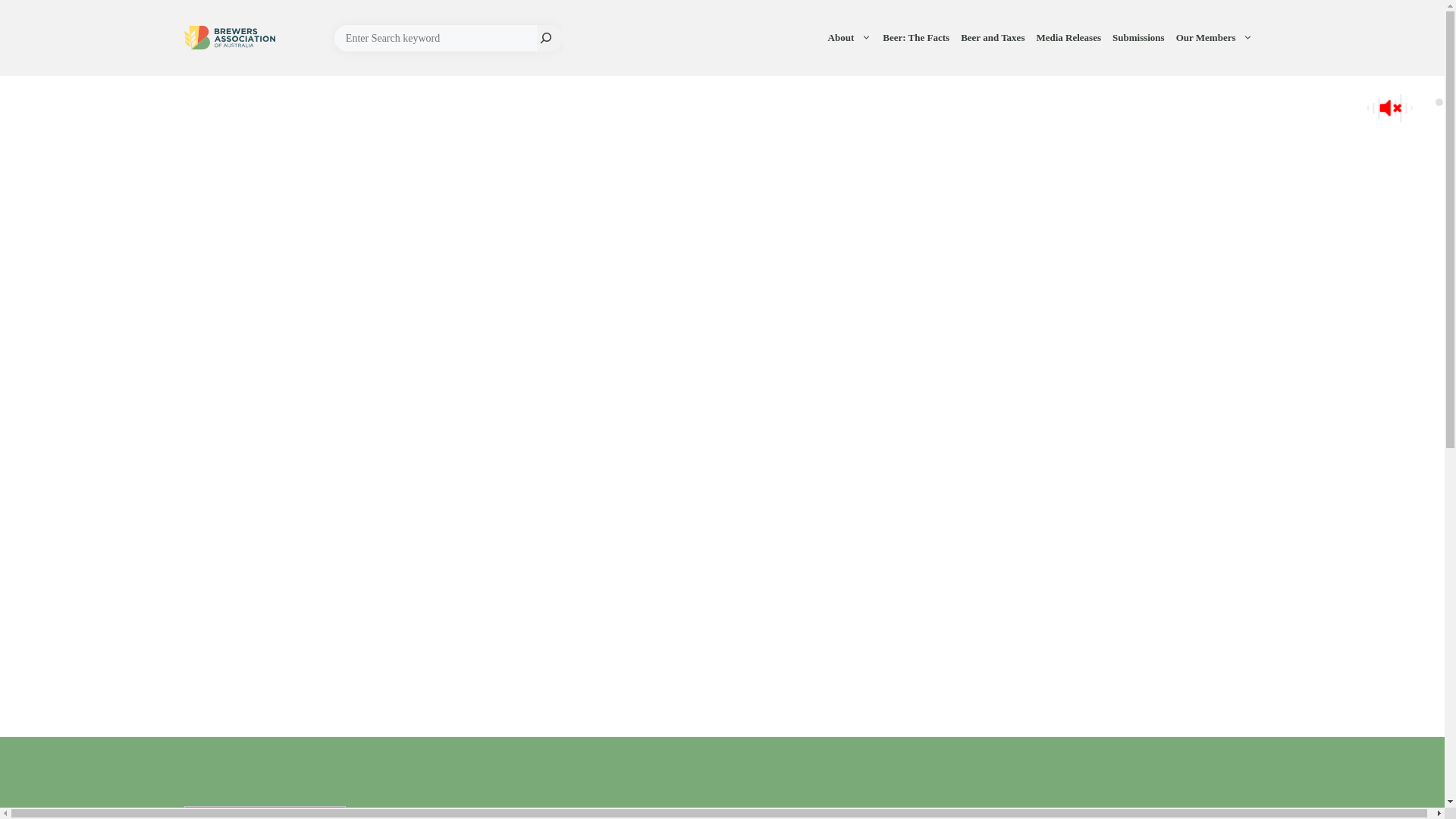  Describe the element at coordinates (1069, 37) in the screenshot. I see `'Media Releases'` at that location.